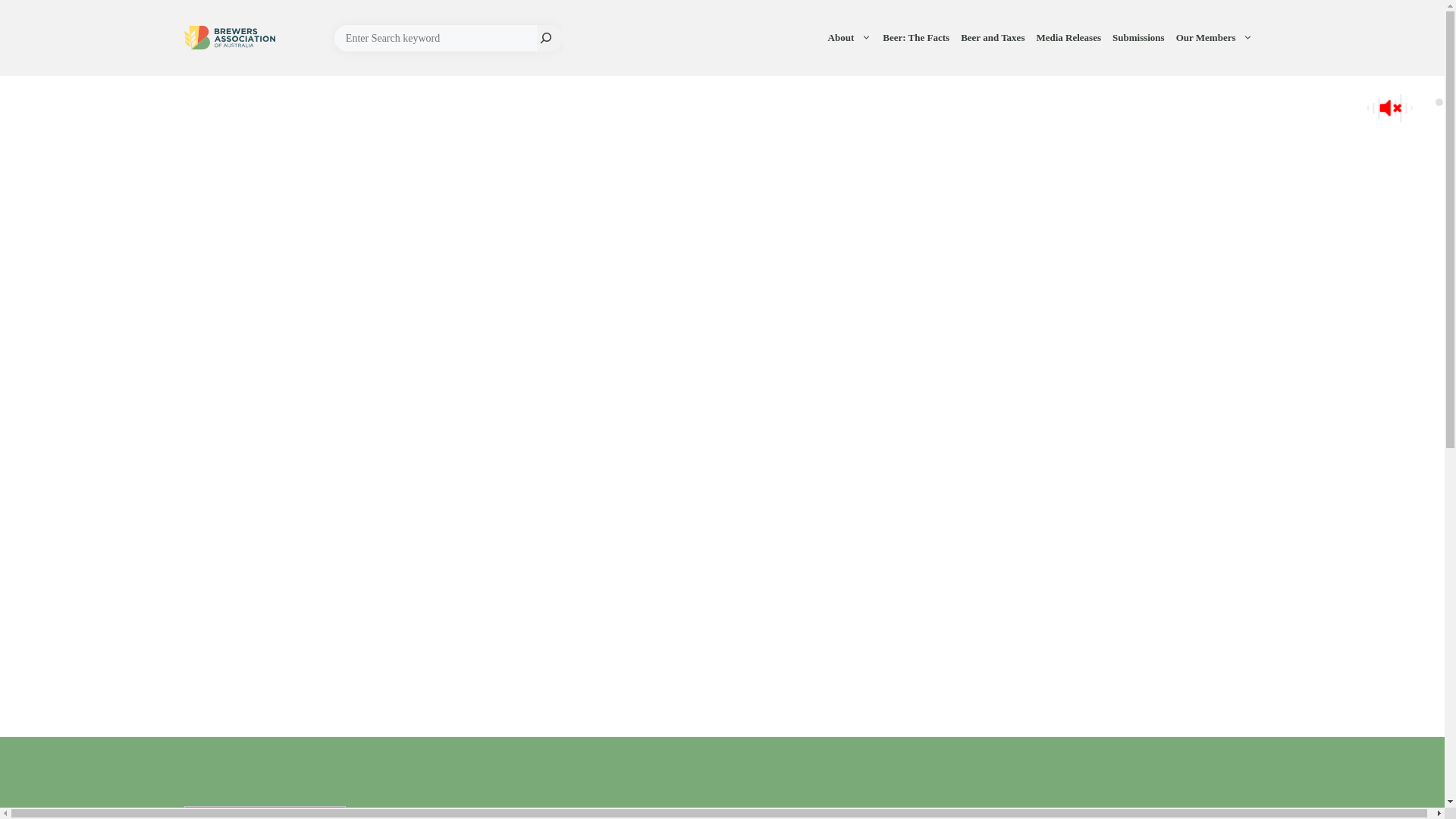  Describe the element at coordinates (1069, 37) in the screenshot. I see `'Media Releases'` at that location.